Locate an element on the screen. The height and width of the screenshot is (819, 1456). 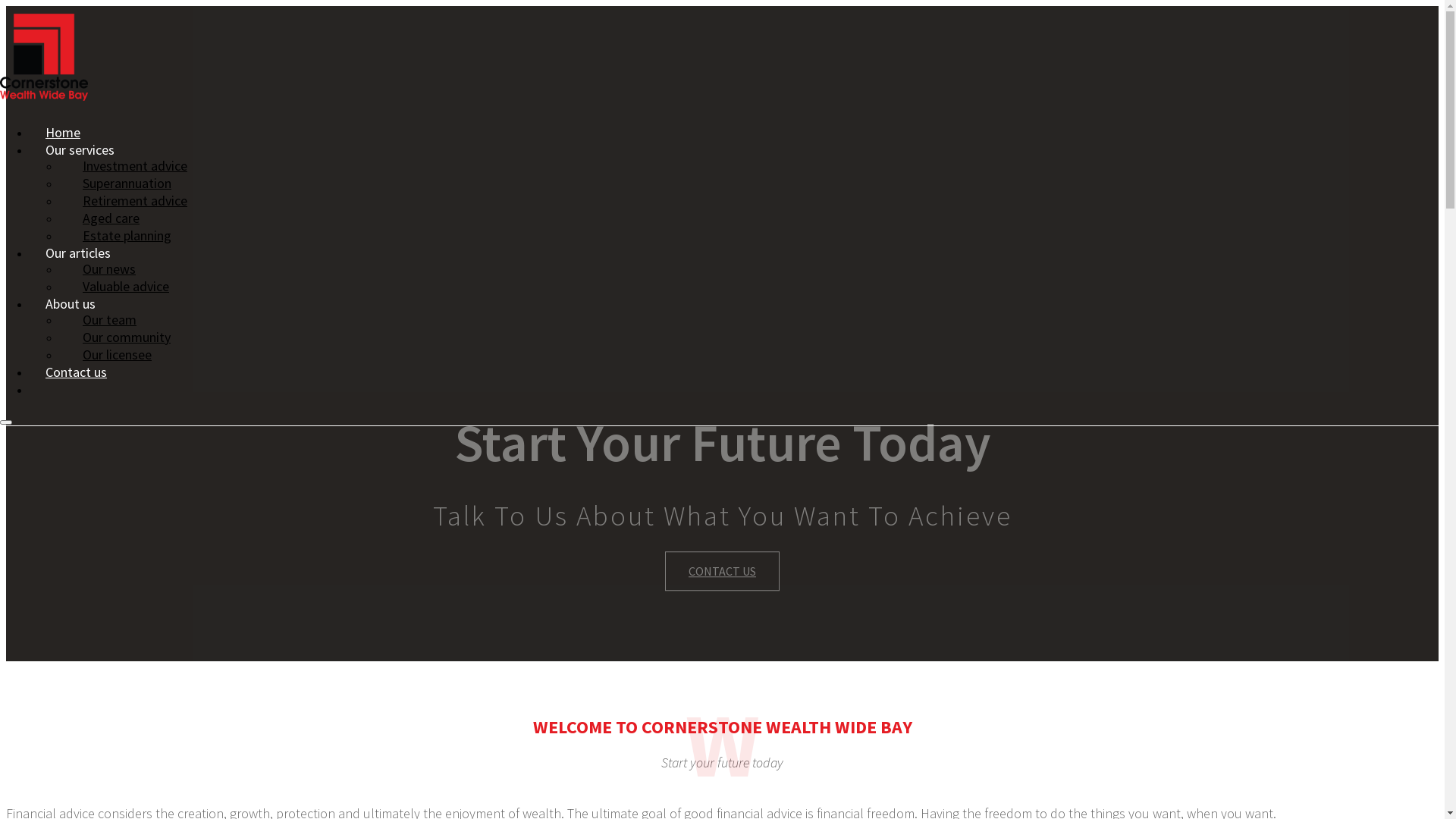
'Superannuation' is located at coordinates (127, 182).